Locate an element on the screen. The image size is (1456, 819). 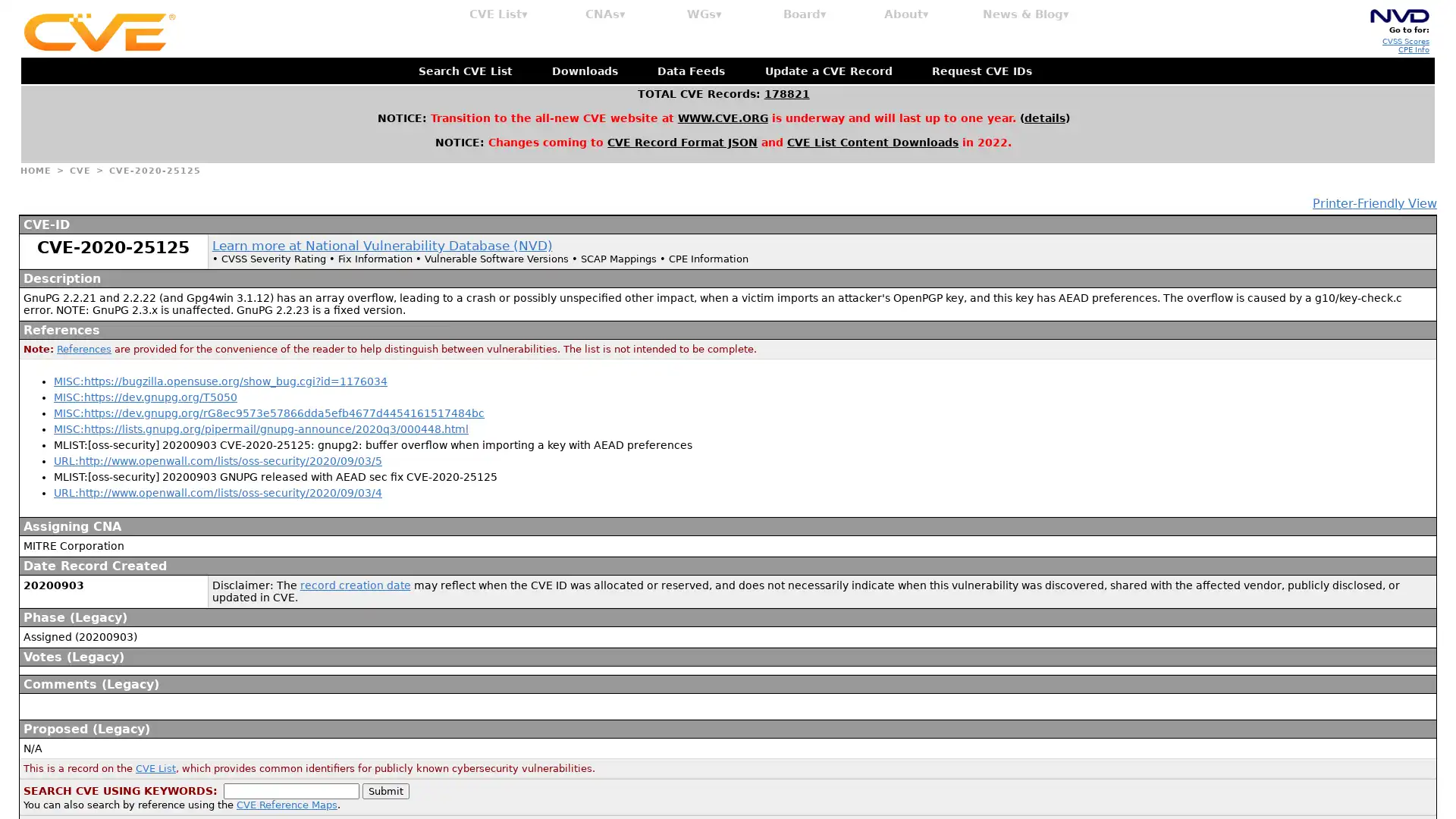
WGs is located at coordinates (704, 14).